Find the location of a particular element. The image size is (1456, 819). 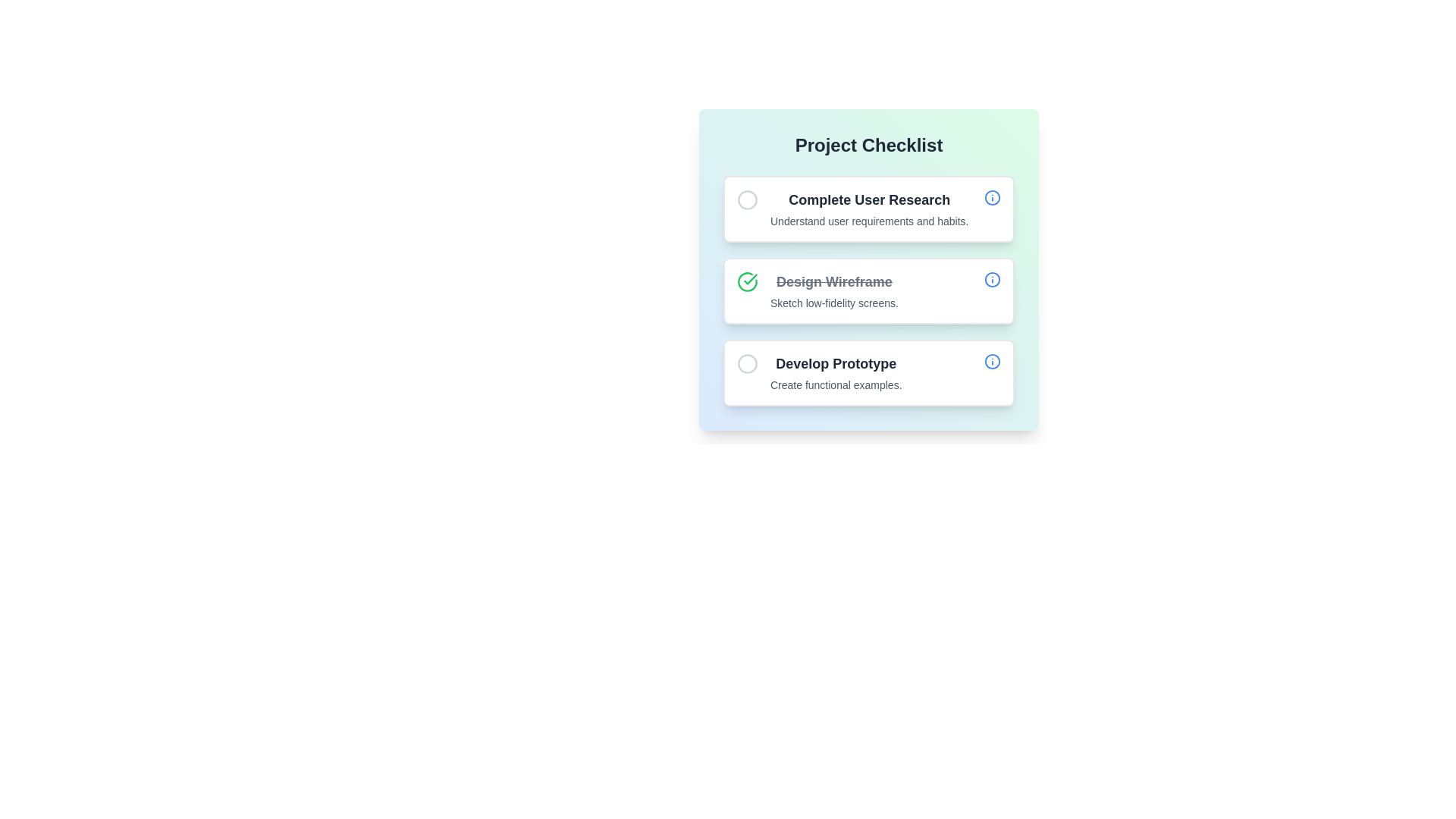

the decorative arc of the checkmark icon located next to the 'Design Wireframe' checklist item in the 'Project Checklist.' is located at coordinates (747, 281).